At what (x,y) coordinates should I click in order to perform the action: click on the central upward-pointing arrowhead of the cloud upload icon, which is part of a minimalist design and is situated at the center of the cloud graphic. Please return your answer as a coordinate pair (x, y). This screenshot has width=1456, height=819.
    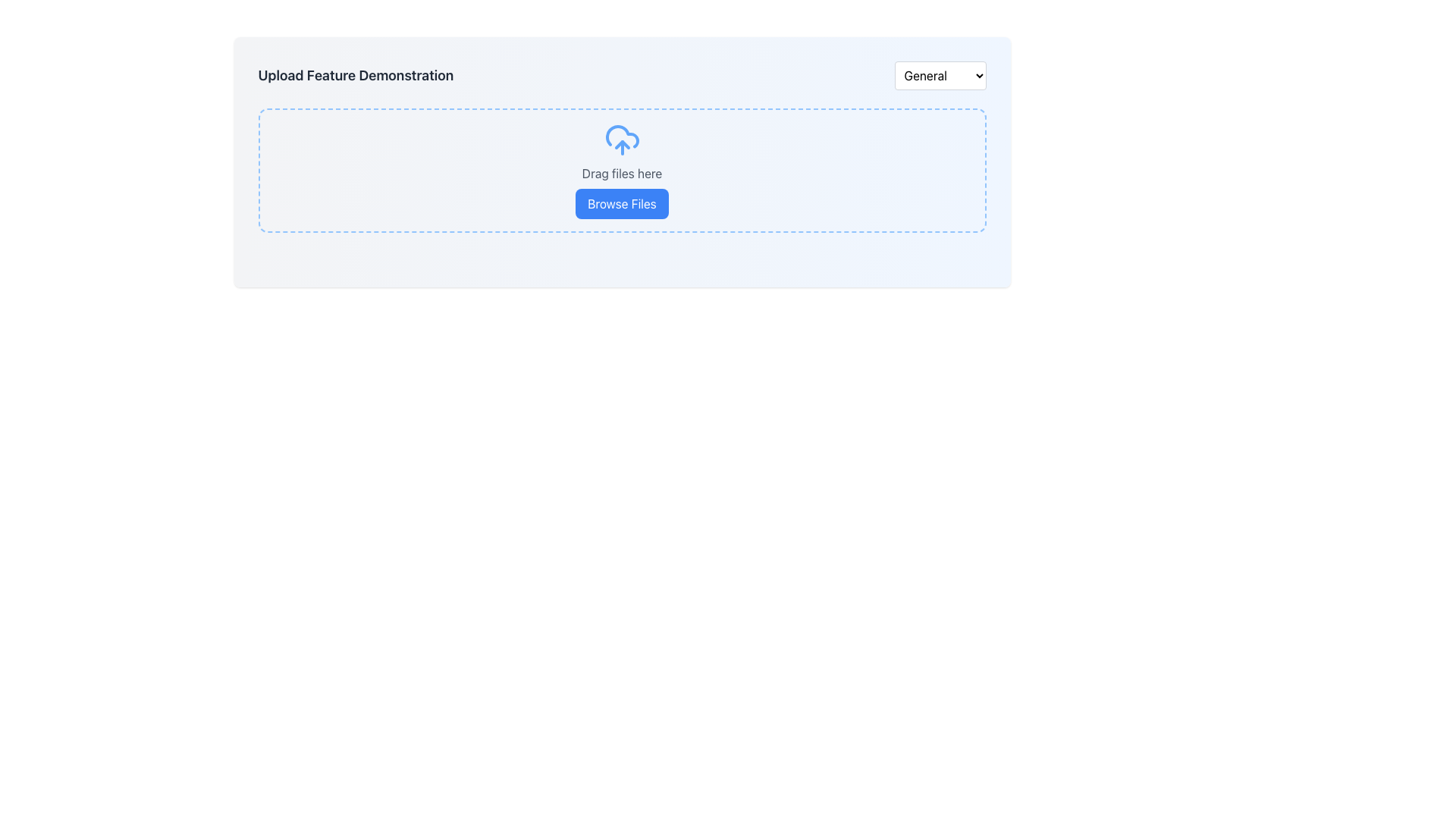
    Looking at the image, I should click on (622, 145).